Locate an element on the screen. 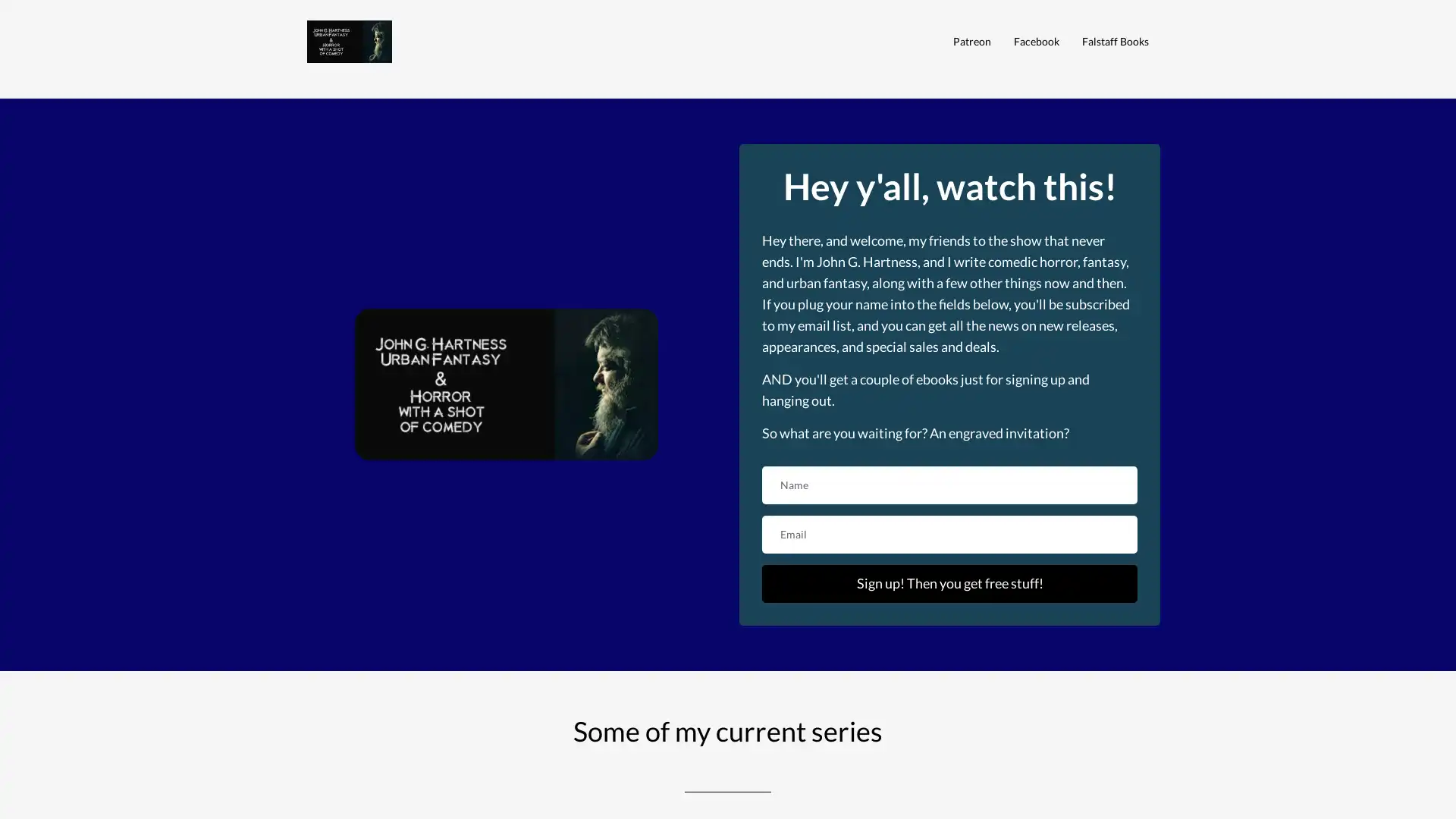  Sign up! Then you get free stuff! is located at coordinates (949, 582).